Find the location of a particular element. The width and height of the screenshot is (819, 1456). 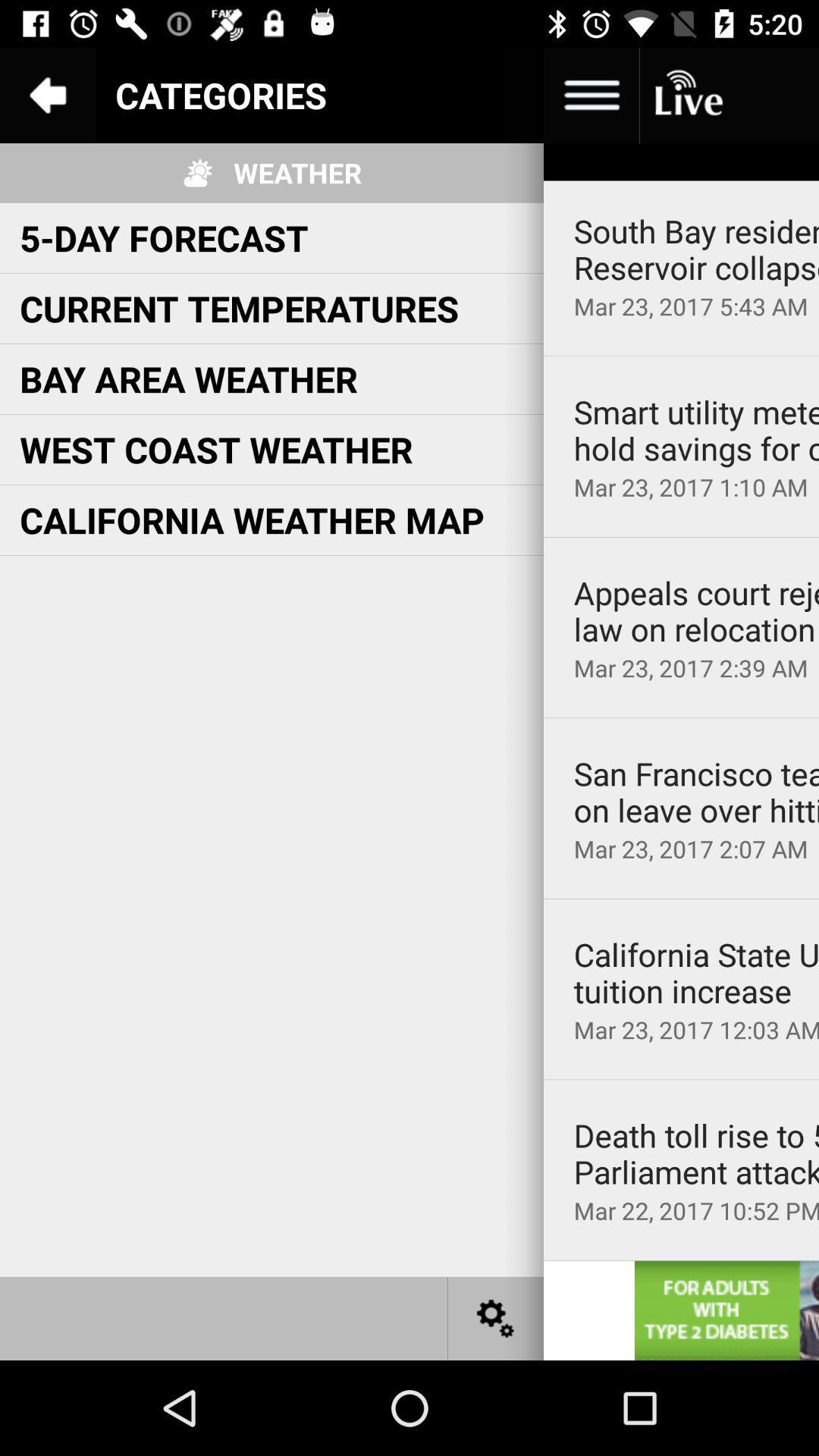

go back is located at coordinates (46, 94).